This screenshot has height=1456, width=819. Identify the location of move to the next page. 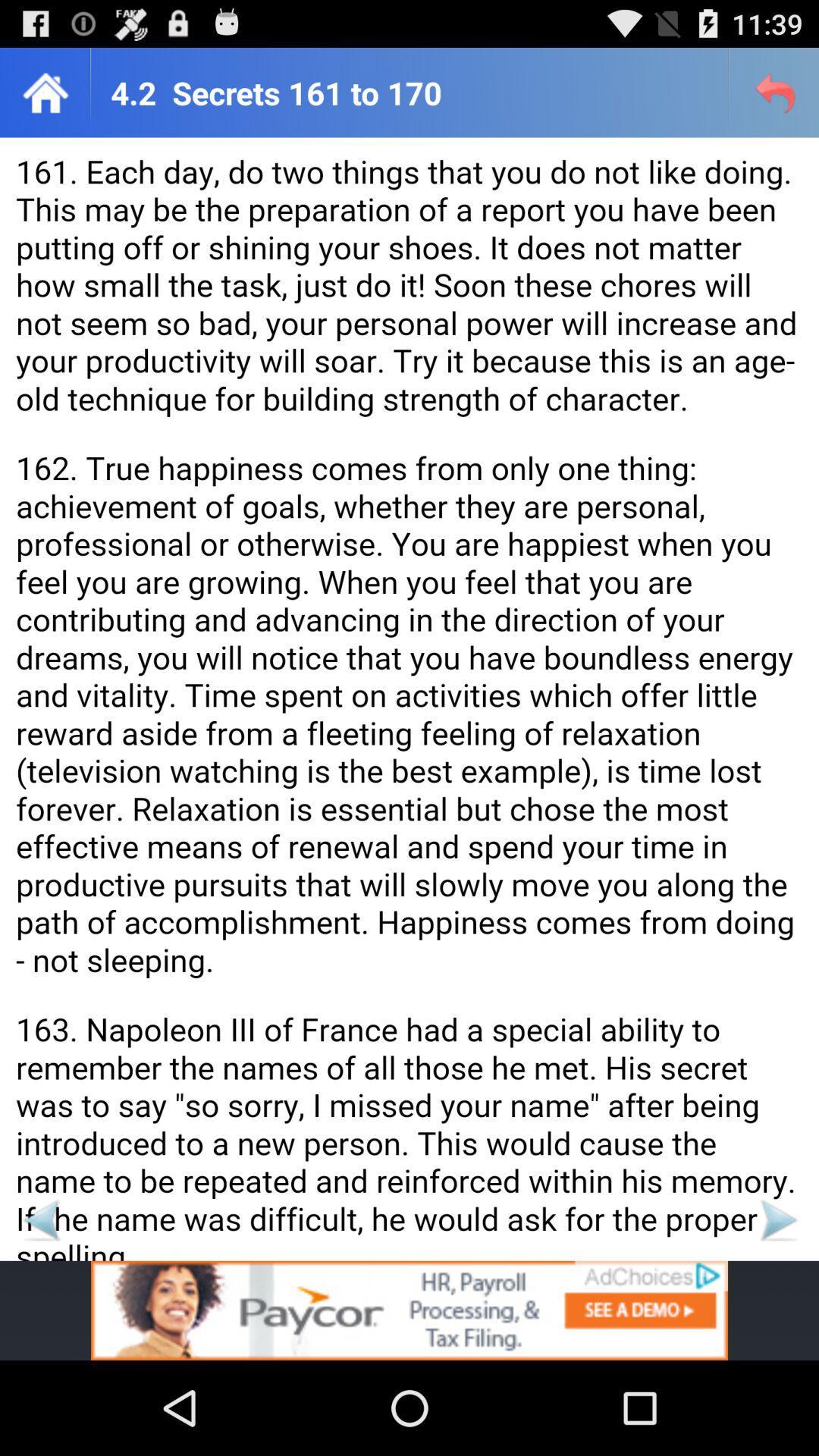
(777, 1219).